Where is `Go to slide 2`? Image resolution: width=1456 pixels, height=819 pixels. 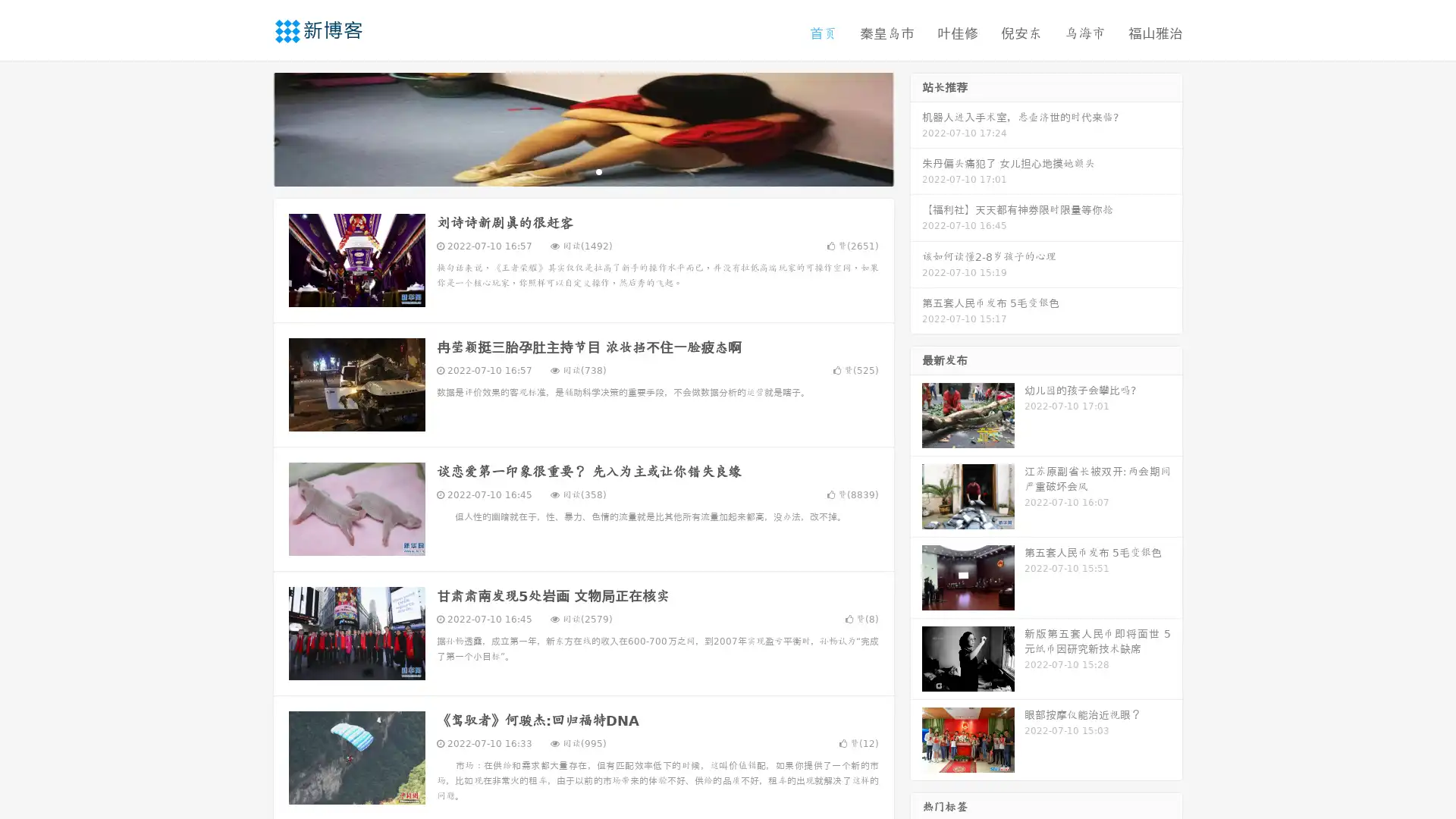
Go to slide 2 is located at coordinates (582, 171).